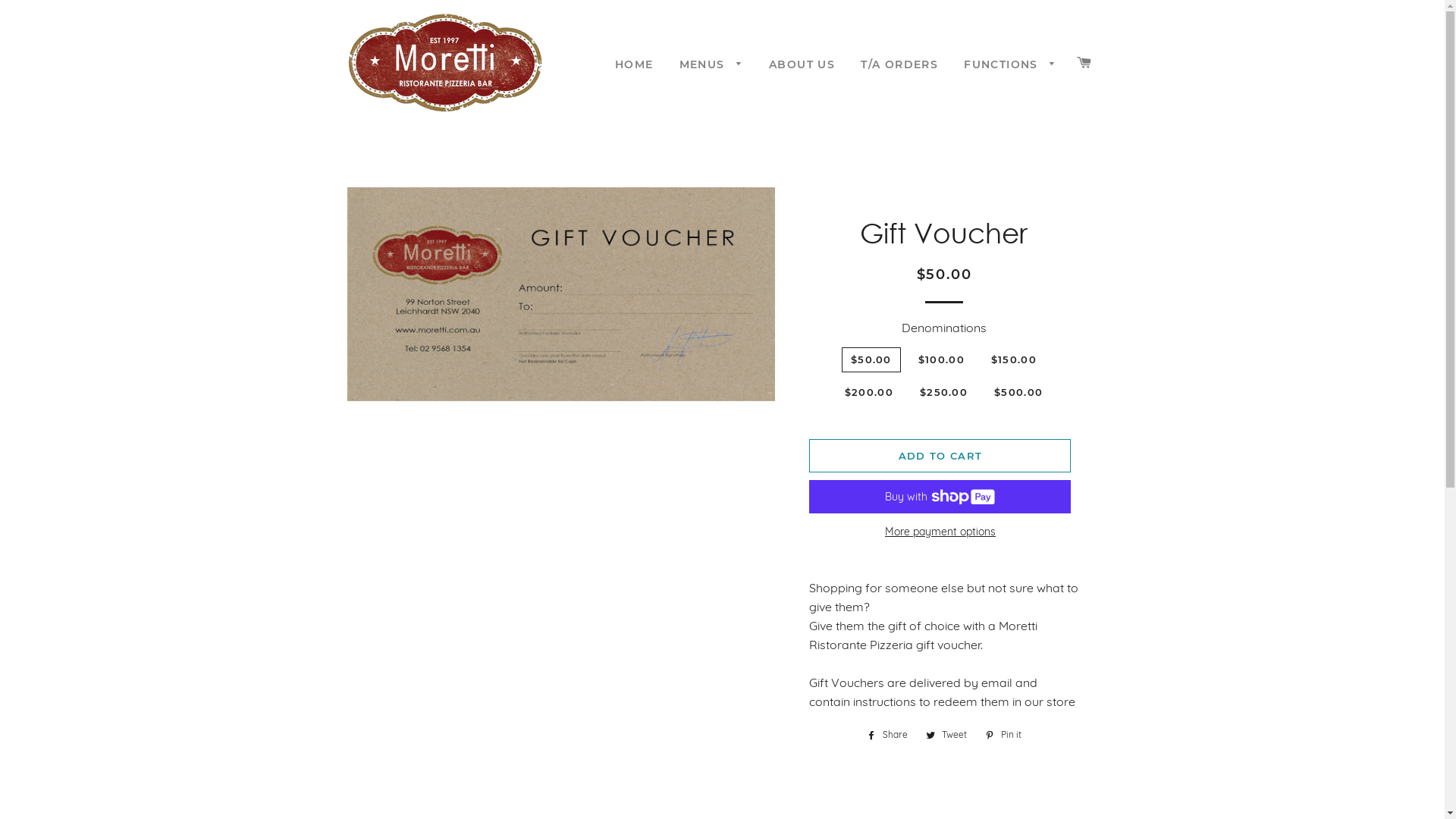 This screenshot has width=1456, height=819. What do you see at coordinates (946, 733) in the screenshot?
I see `'Tweet` at bounding box center [946, 733].